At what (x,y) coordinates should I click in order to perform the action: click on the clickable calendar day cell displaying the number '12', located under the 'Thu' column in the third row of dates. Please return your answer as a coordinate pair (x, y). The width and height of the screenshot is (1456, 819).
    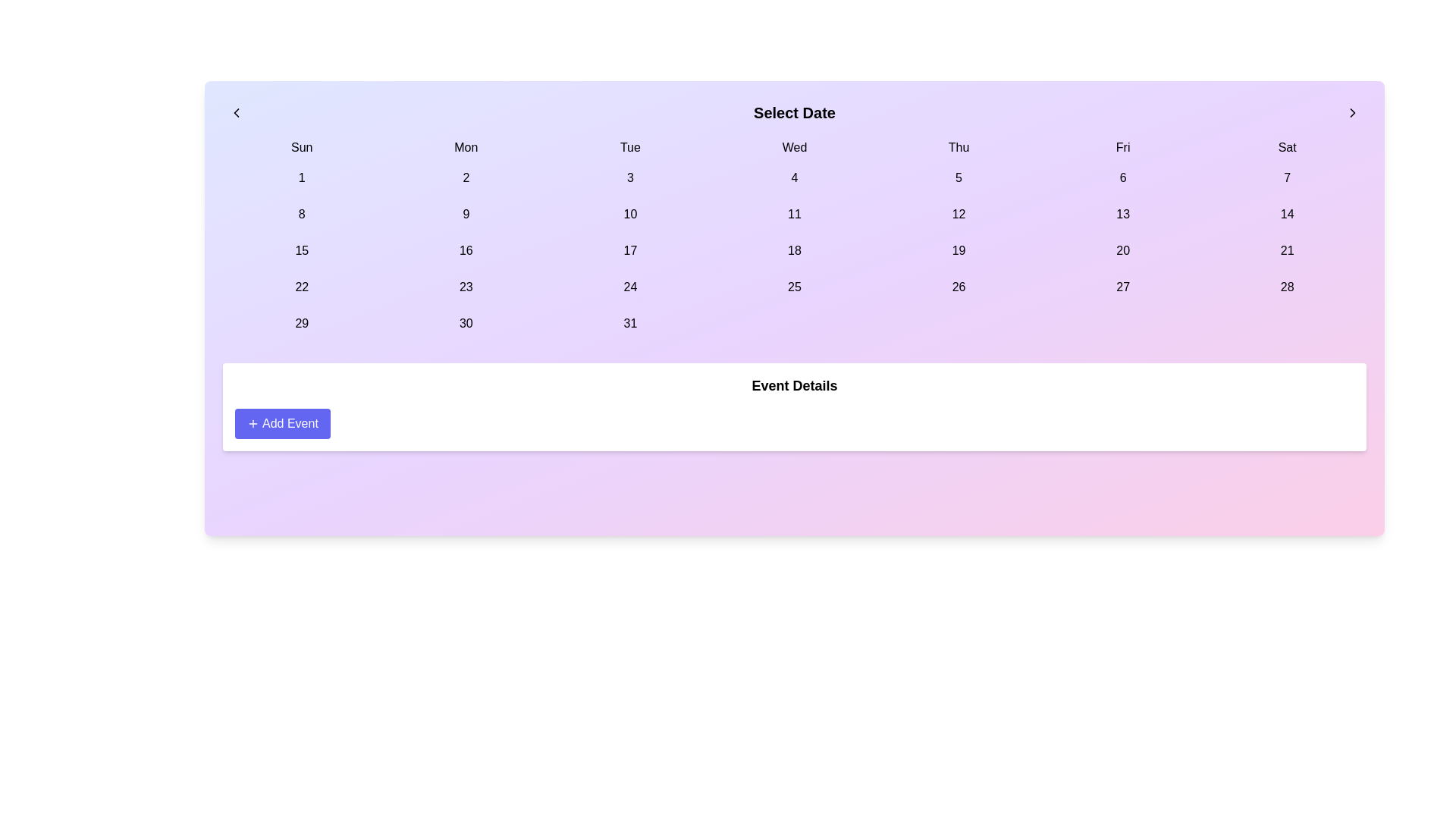
    Looking at the image, I should click on (958, 214).